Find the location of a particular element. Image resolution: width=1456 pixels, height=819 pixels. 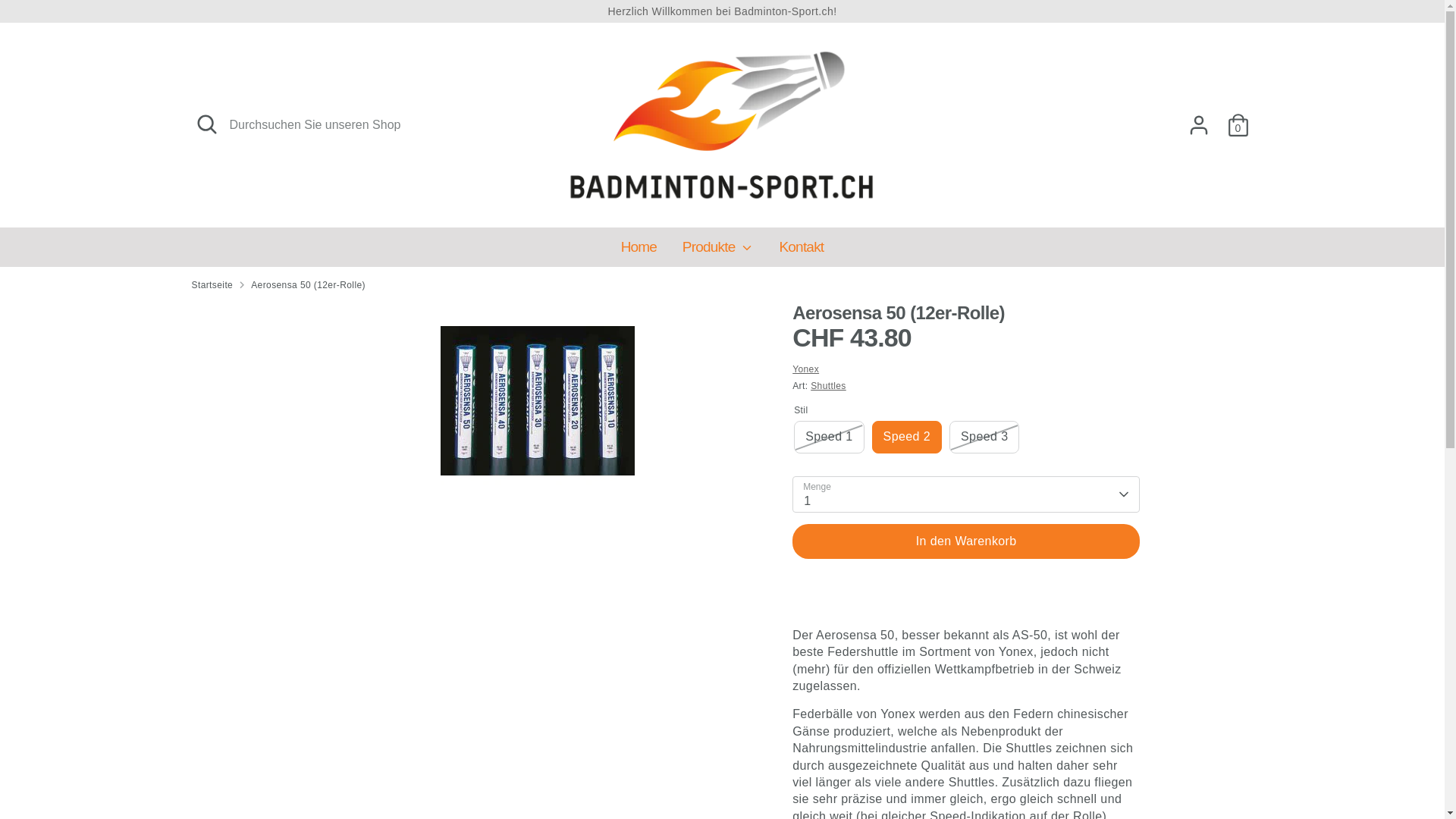

'Kontakt' is located at coordinates (800, 251).